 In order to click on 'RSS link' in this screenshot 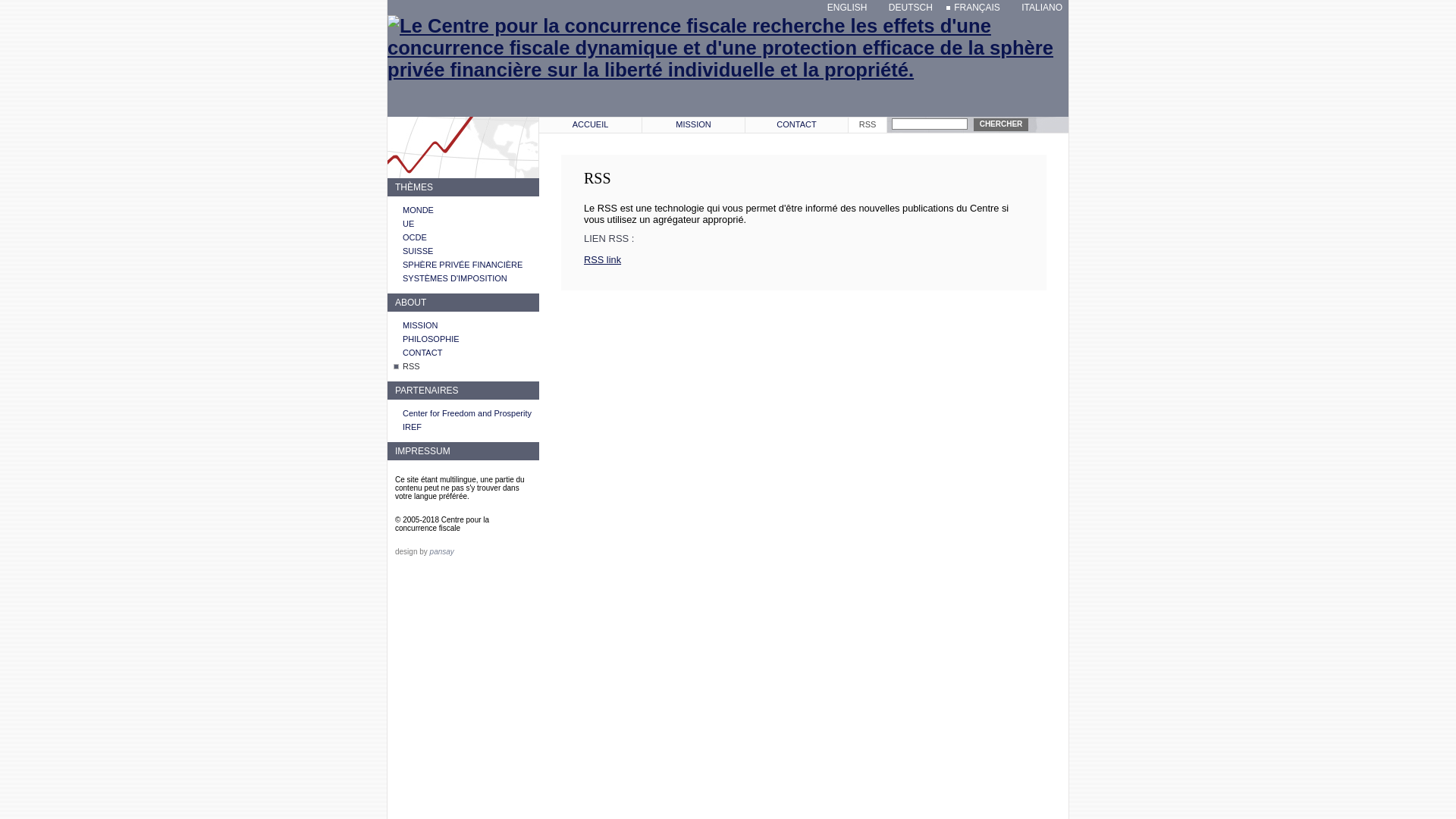, I will do `click(601, 259)`.